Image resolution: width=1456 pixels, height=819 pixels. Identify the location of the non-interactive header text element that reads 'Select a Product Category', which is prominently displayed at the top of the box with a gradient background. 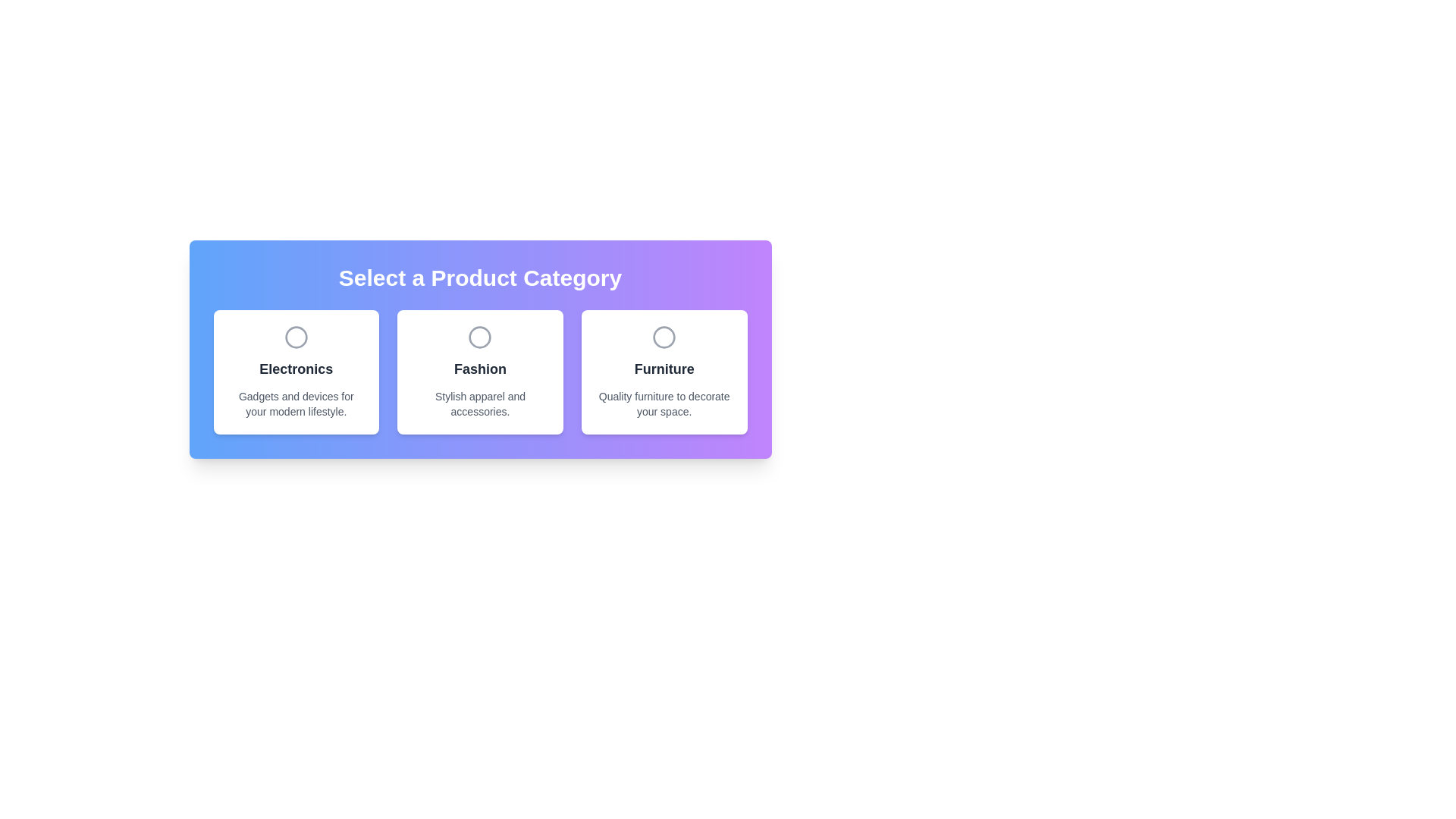
(479, 278).